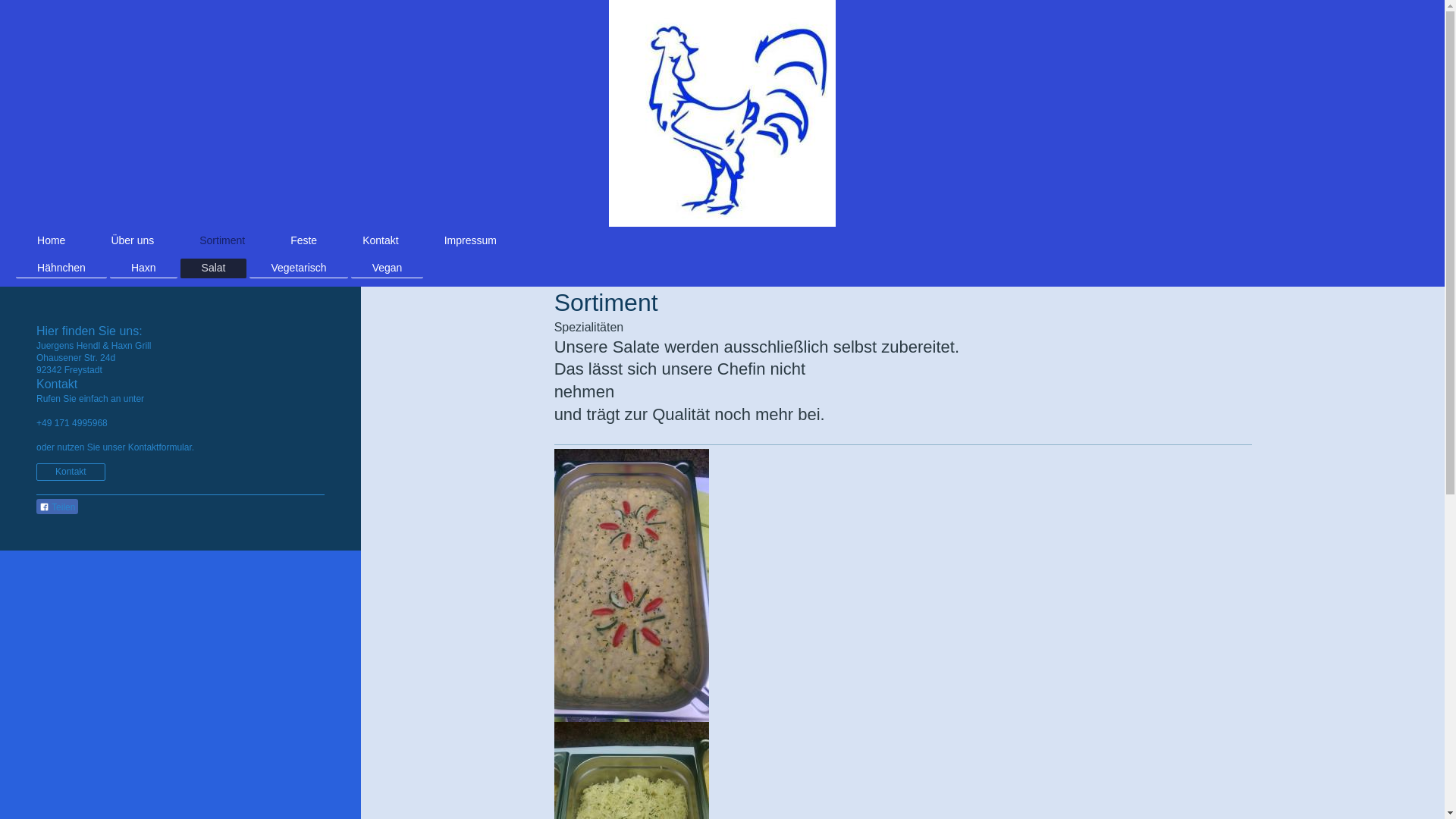  What do you see at coordinates (469, 239) in the screenshot?
I see `'Impressum'` at bounding box center [469, 239].